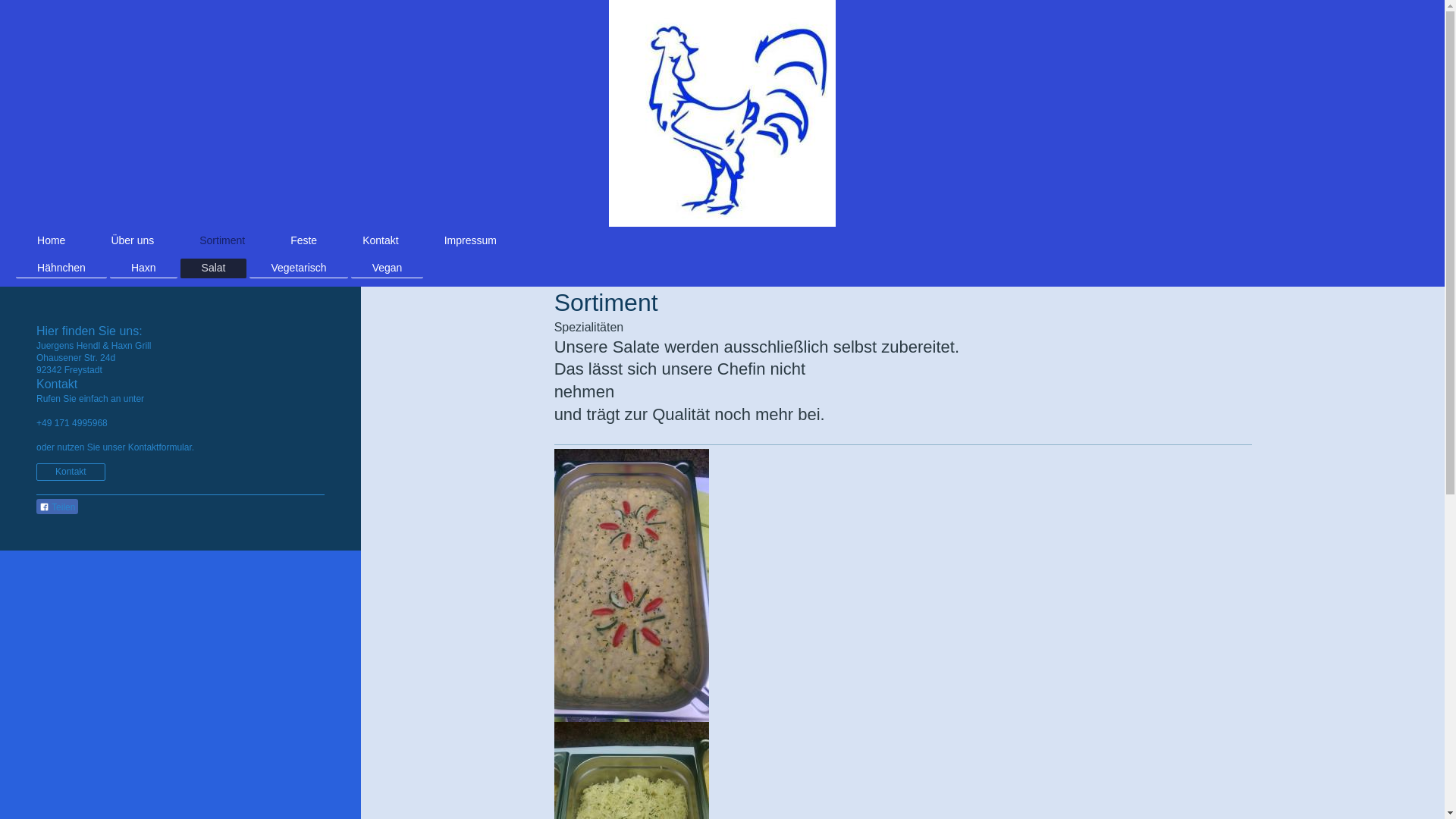  What do you see at coordinates (469, 239) in the screenshot?
I see `'Impressum'` at bounding box center [469, 239].